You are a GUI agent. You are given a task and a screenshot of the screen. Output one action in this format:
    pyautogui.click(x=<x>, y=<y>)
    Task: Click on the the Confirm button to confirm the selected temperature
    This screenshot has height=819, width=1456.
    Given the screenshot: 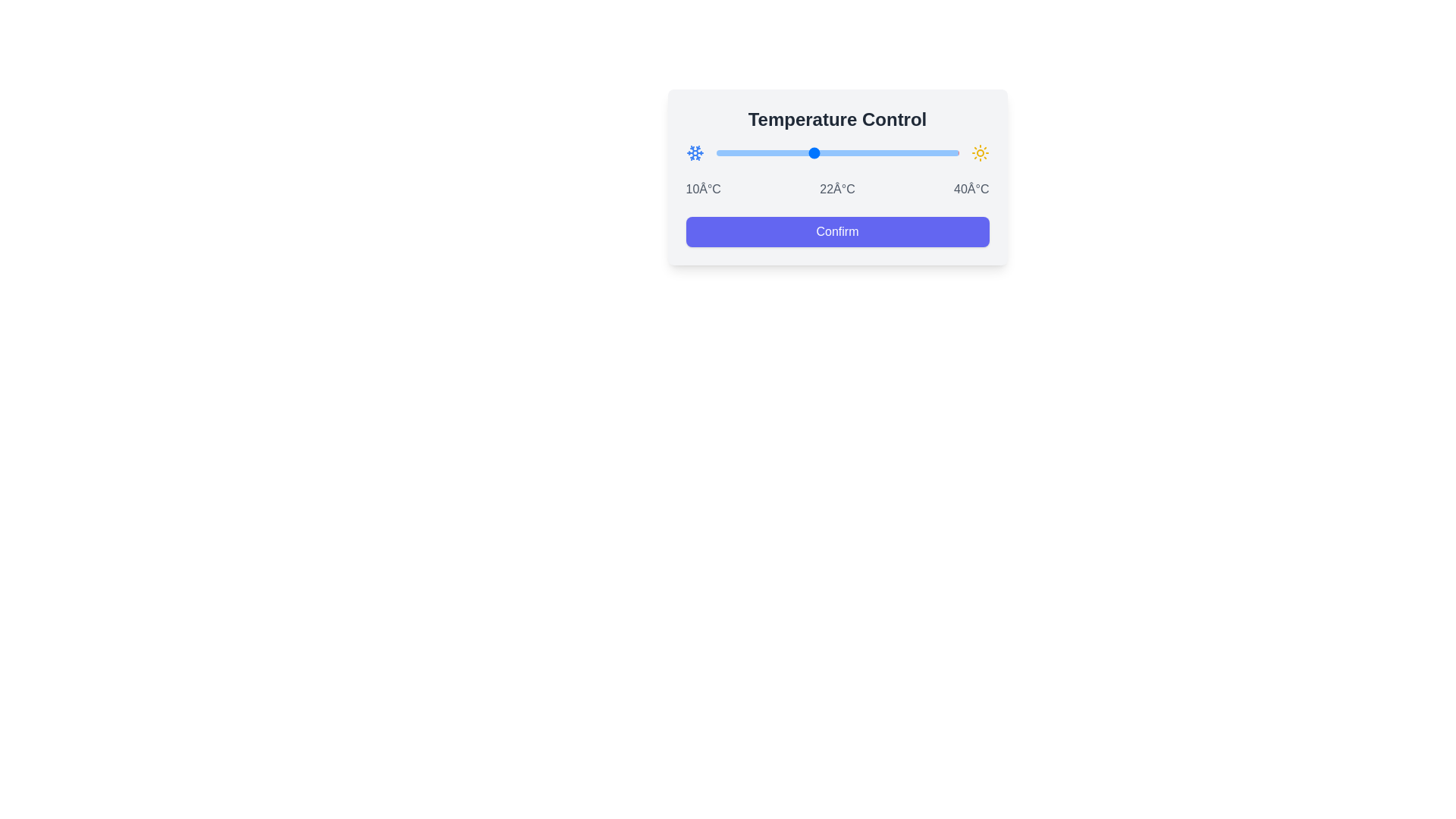 What is the action you would take?
    pyautogui.click(x=836, y=231)
    